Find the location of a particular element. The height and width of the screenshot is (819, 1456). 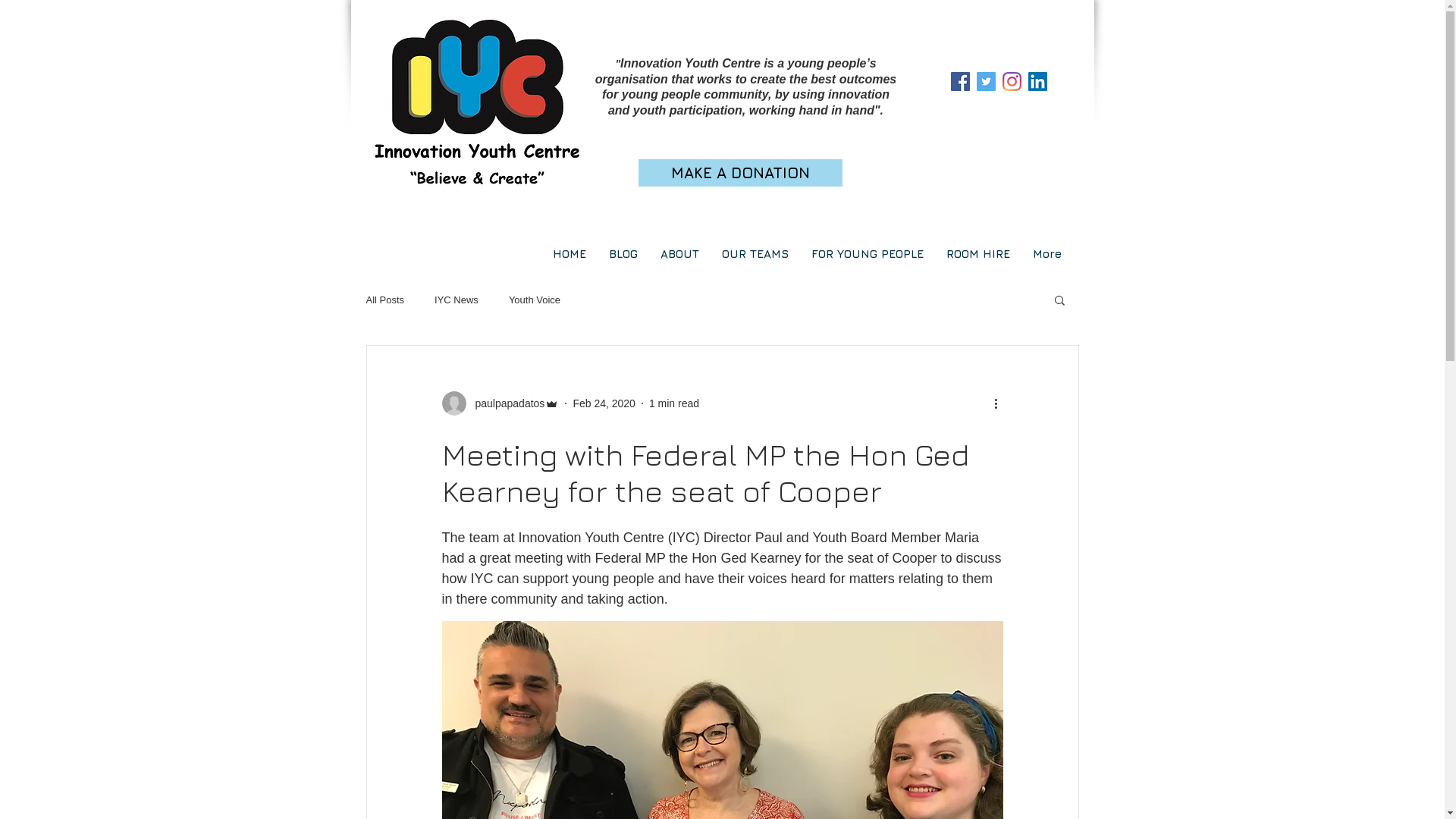

'MAKE A DONATION' is located at coordinates (740, 171).